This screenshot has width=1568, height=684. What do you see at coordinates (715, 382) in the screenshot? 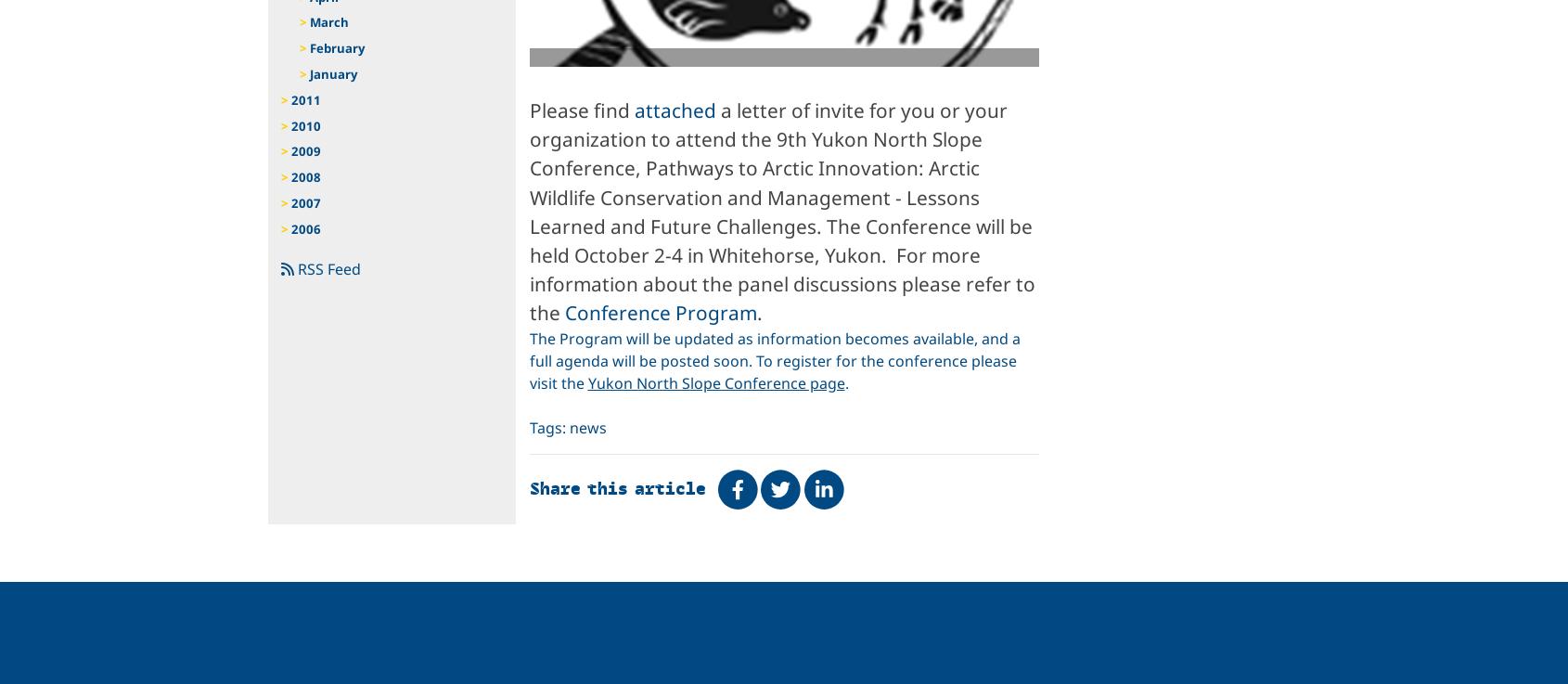
I see `'Yukon North Slope Conference page'` at bounding box center [715, 382].